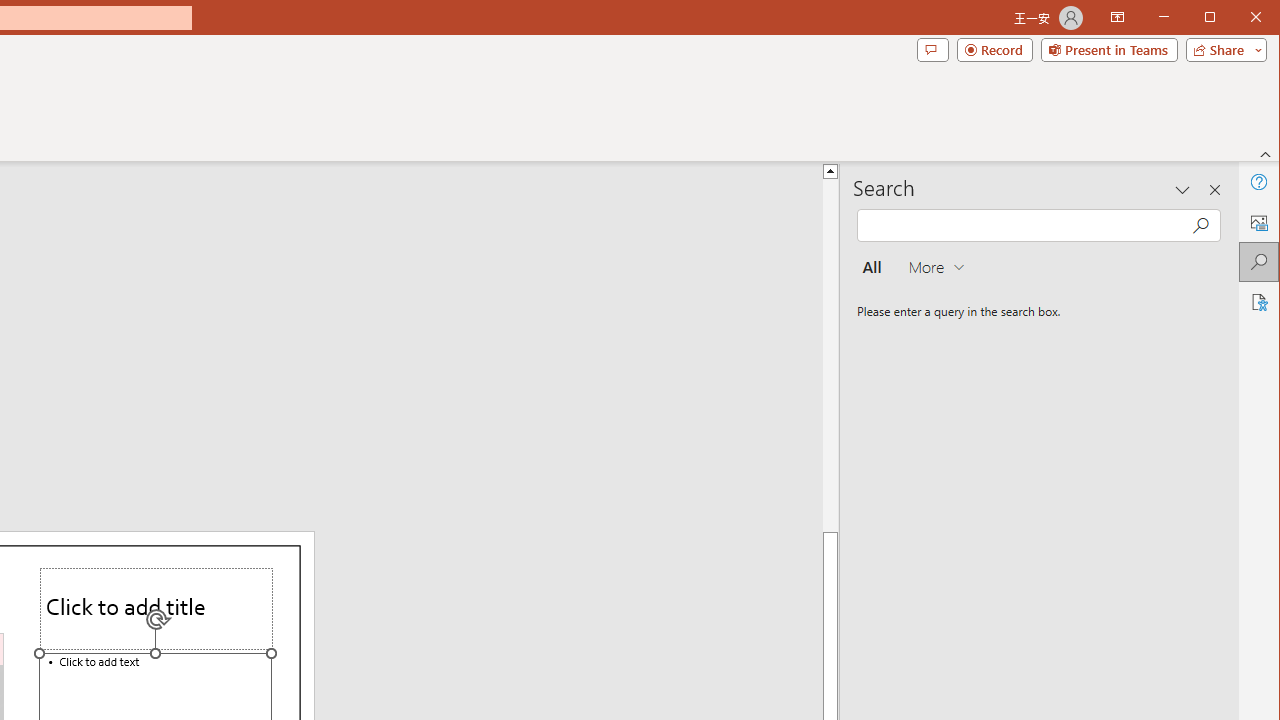 This screenshot has height=720, width=1280. I want to click on 'Title TextBox', so click(155, 608).